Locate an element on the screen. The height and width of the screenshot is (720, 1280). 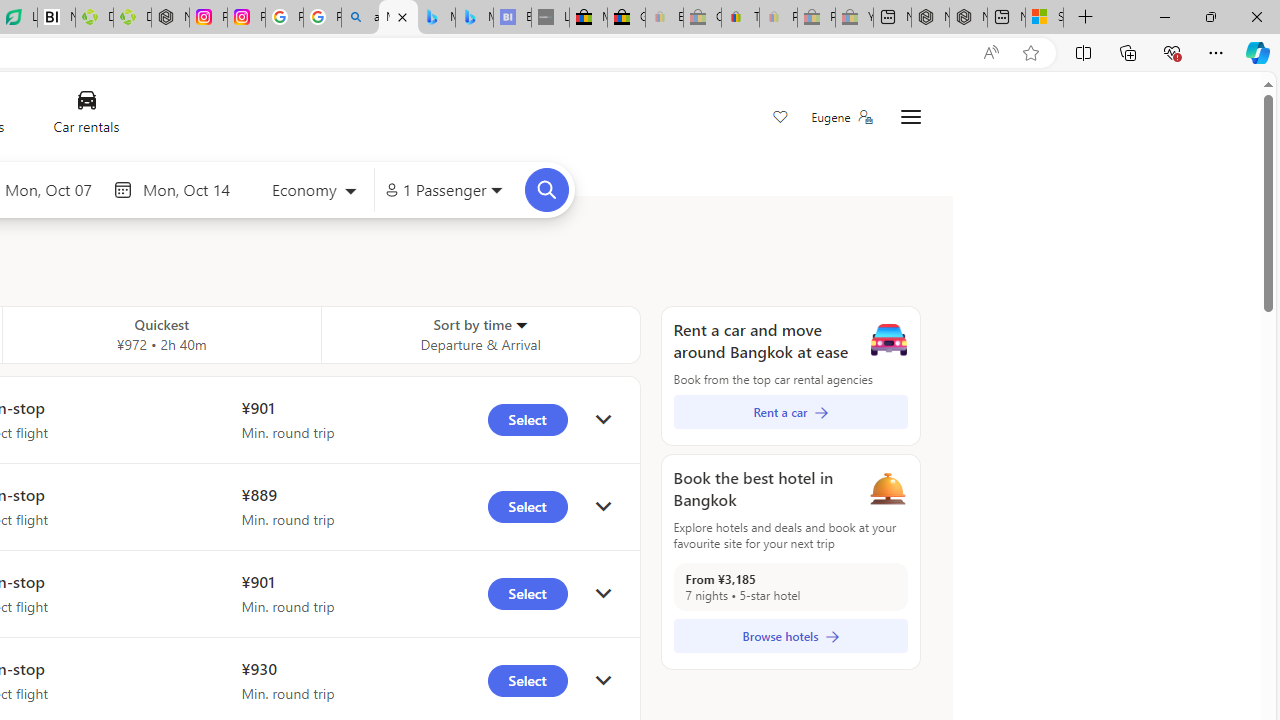
'Eugene' is located at coordinates (841, 117).